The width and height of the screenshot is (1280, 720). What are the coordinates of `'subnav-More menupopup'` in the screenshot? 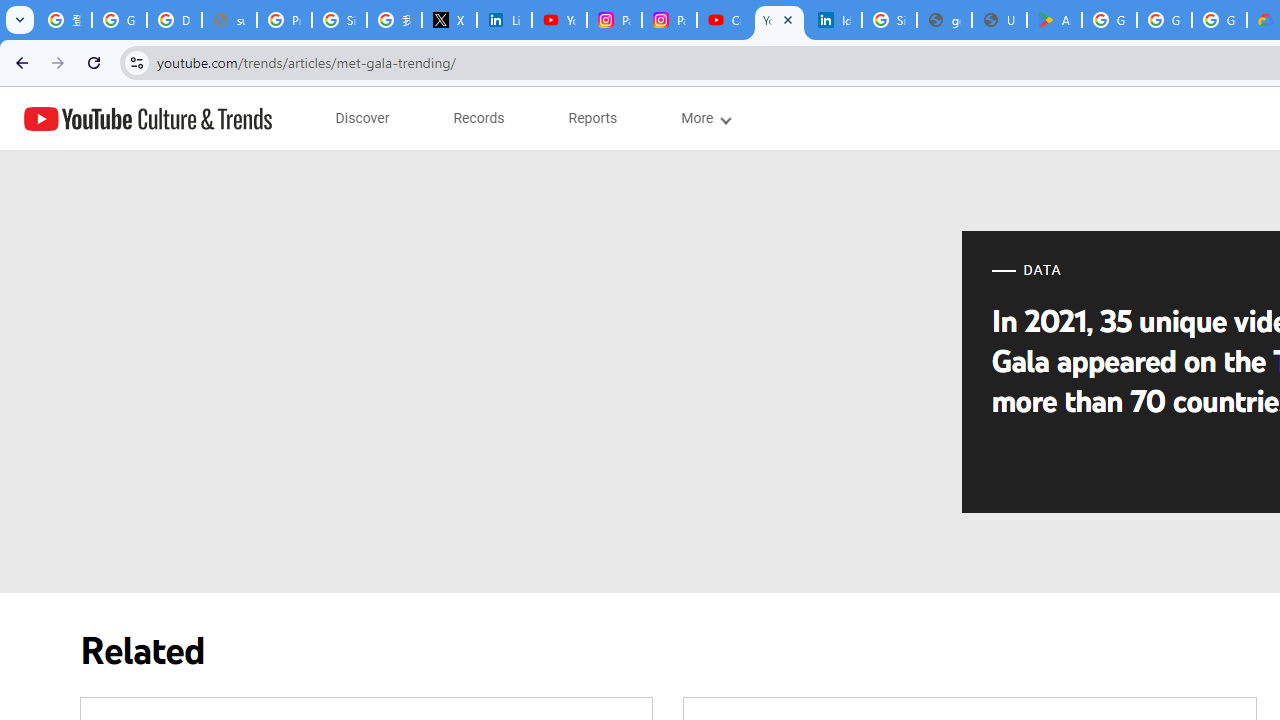 It's located at (705, 118).